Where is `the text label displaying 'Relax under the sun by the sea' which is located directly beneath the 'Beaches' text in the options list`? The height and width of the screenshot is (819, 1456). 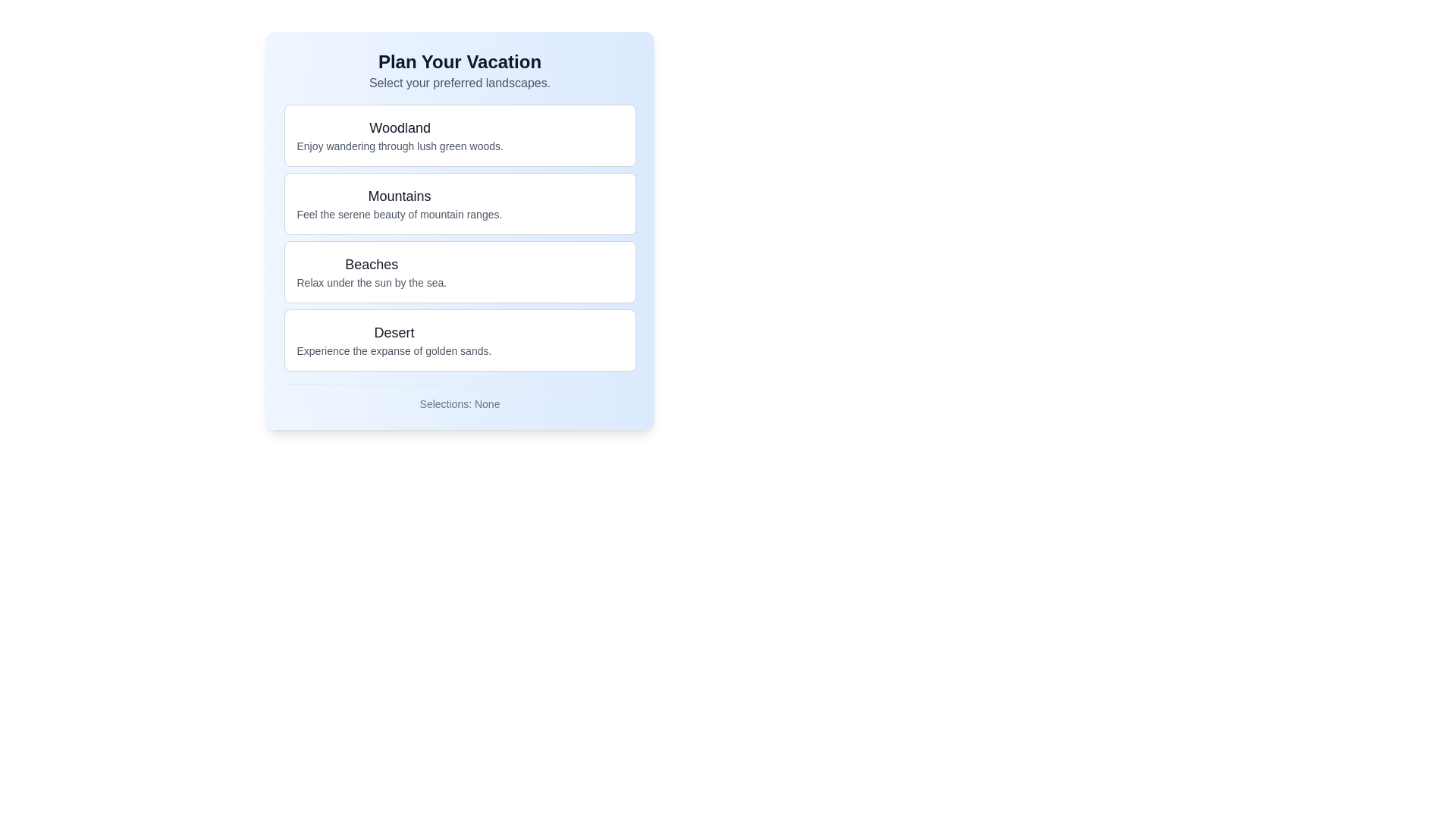 the text label displaying 'Relax under the sun by the sea' which is located directly beneath the 'Beaches' text in the options list is located at coordinates (372, 283).